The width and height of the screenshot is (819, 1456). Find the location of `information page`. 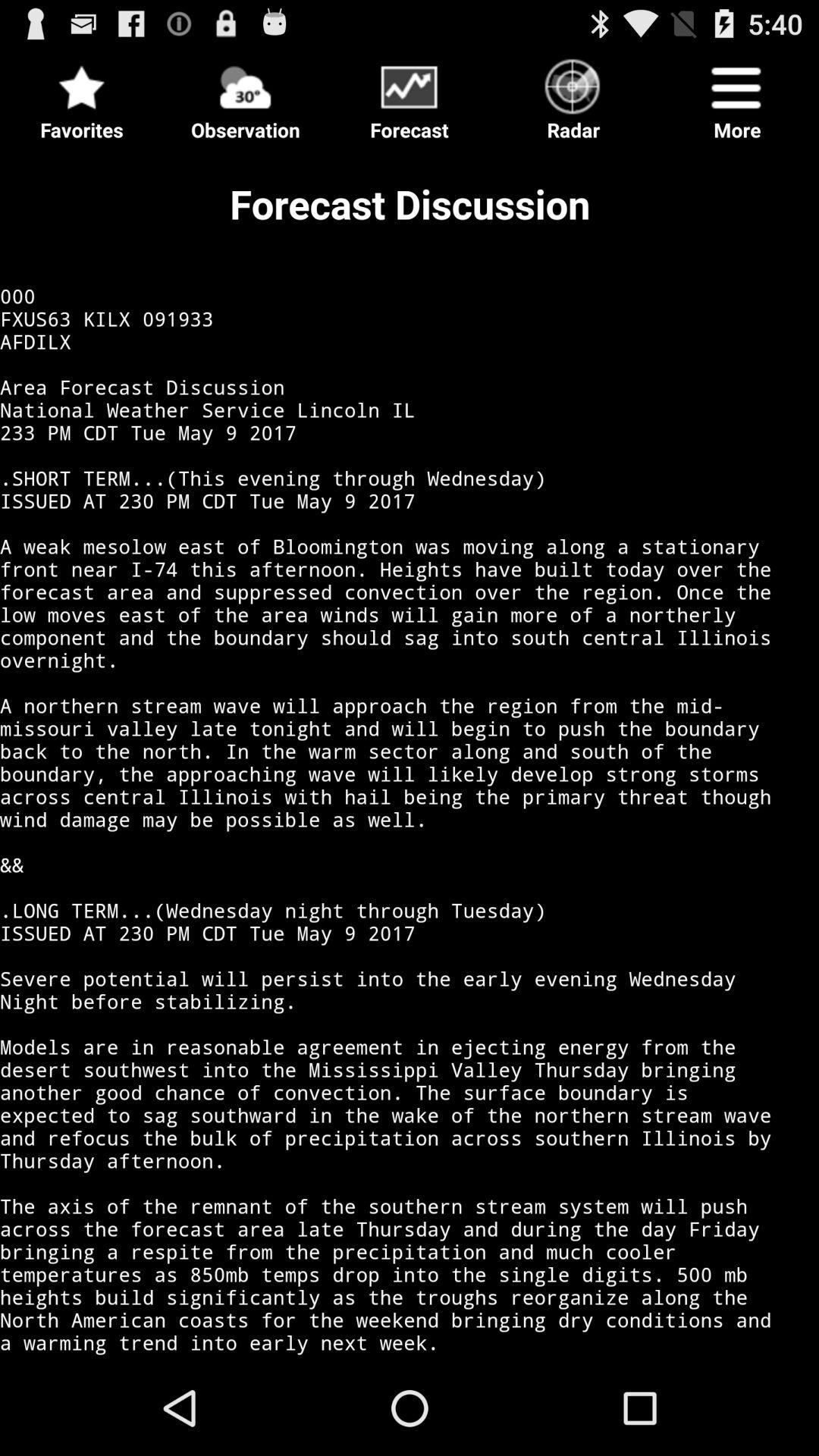

information page is located at coordinates (409, 754).